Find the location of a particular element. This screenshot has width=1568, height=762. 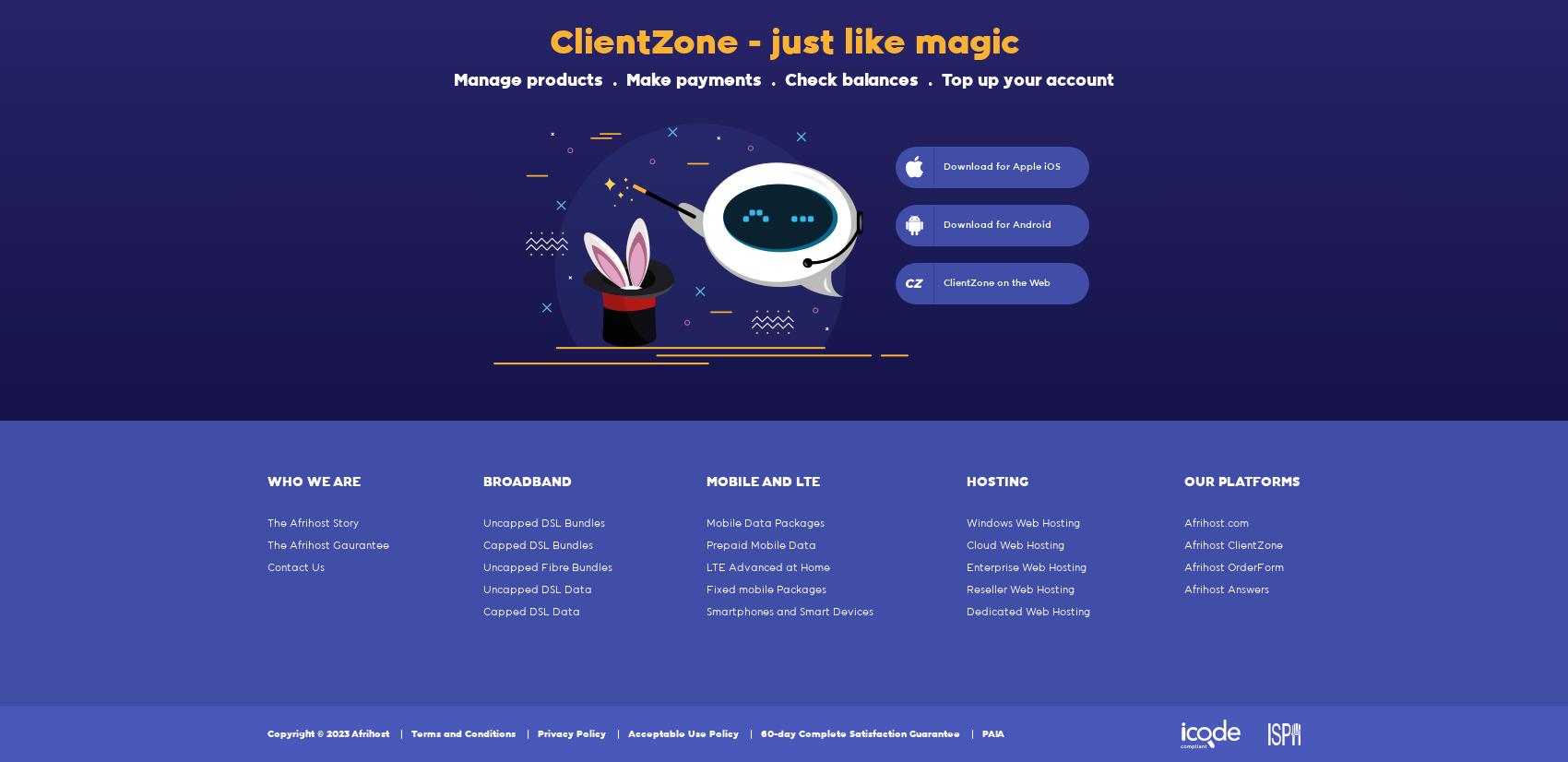

'Manage products  .  Make payments  .  Check balances  .  Top up your account' is located at coordinates (784, 80).